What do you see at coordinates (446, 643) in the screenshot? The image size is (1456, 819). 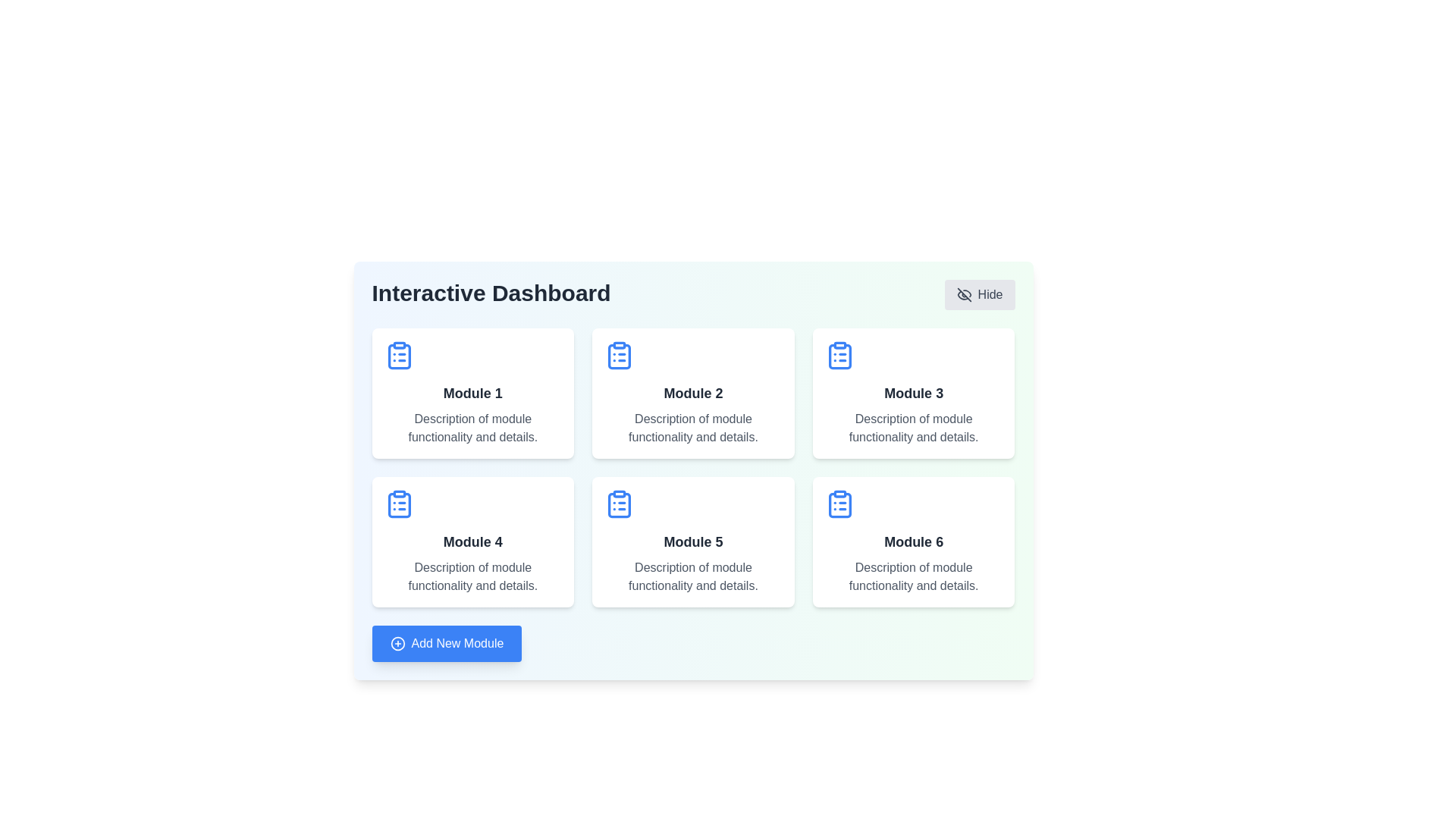 I see `the button located at the bottom of the main dashboard interface` at bounding box center [446, 643].